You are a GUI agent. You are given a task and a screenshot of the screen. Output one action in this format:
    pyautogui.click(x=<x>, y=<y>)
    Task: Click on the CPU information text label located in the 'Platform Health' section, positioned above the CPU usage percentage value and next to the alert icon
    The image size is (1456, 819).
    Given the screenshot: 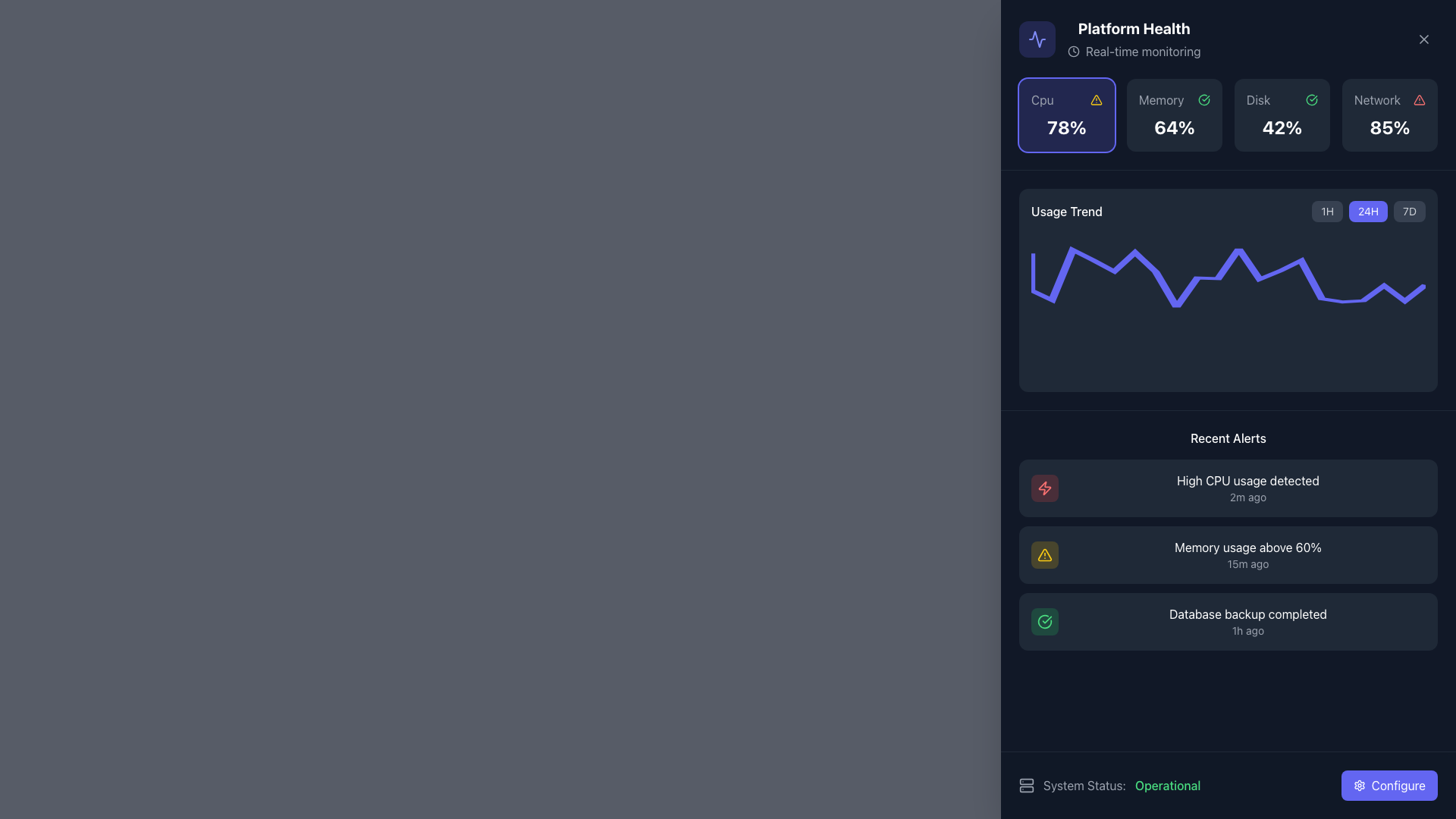 What is the action you would take?
    pyautogui.click(x=1041, y=99)
    